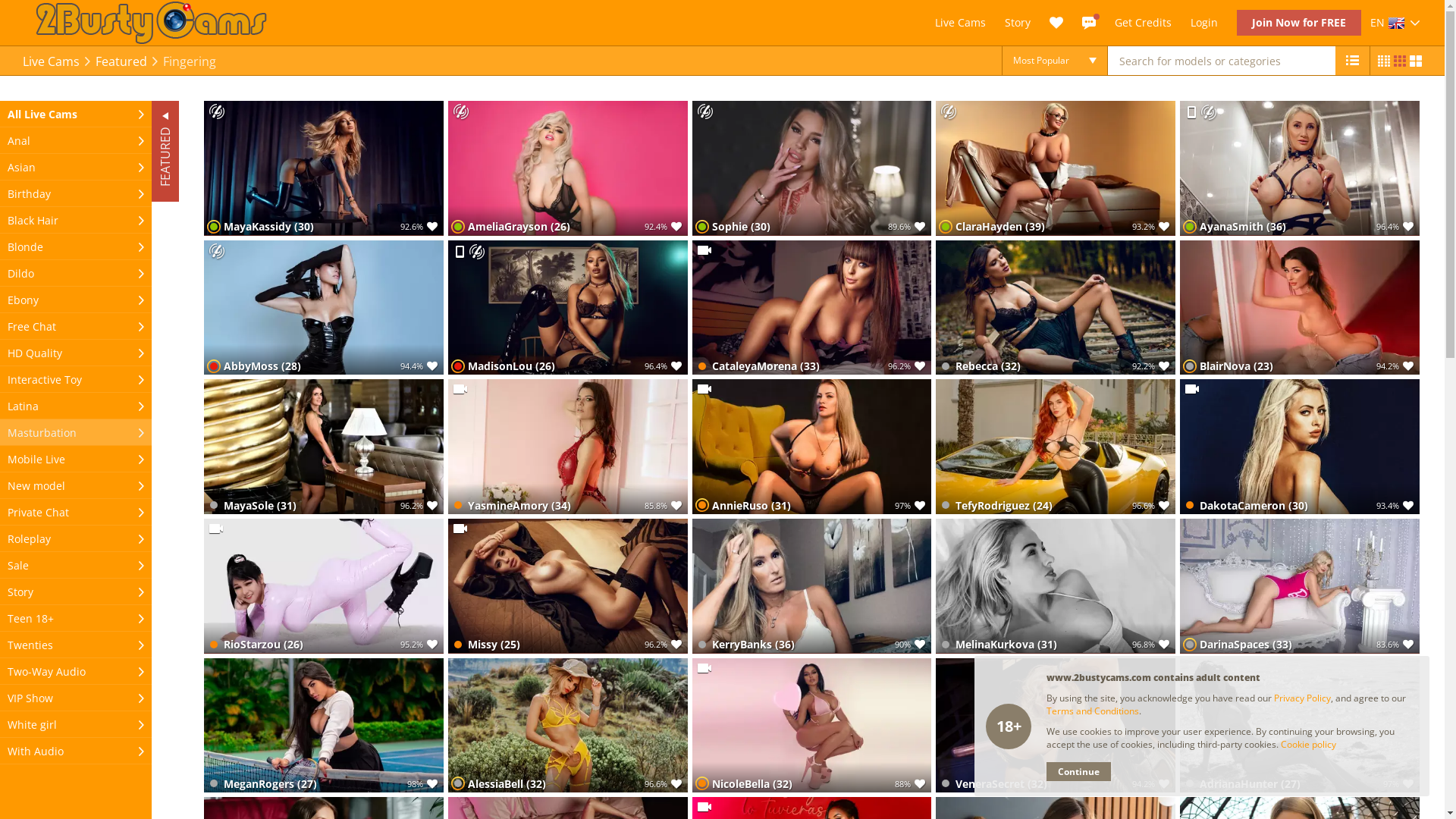  Describe the element at coordinates (1298, 307) in the screenshot. I see `'BlairNova (23)` at that location.